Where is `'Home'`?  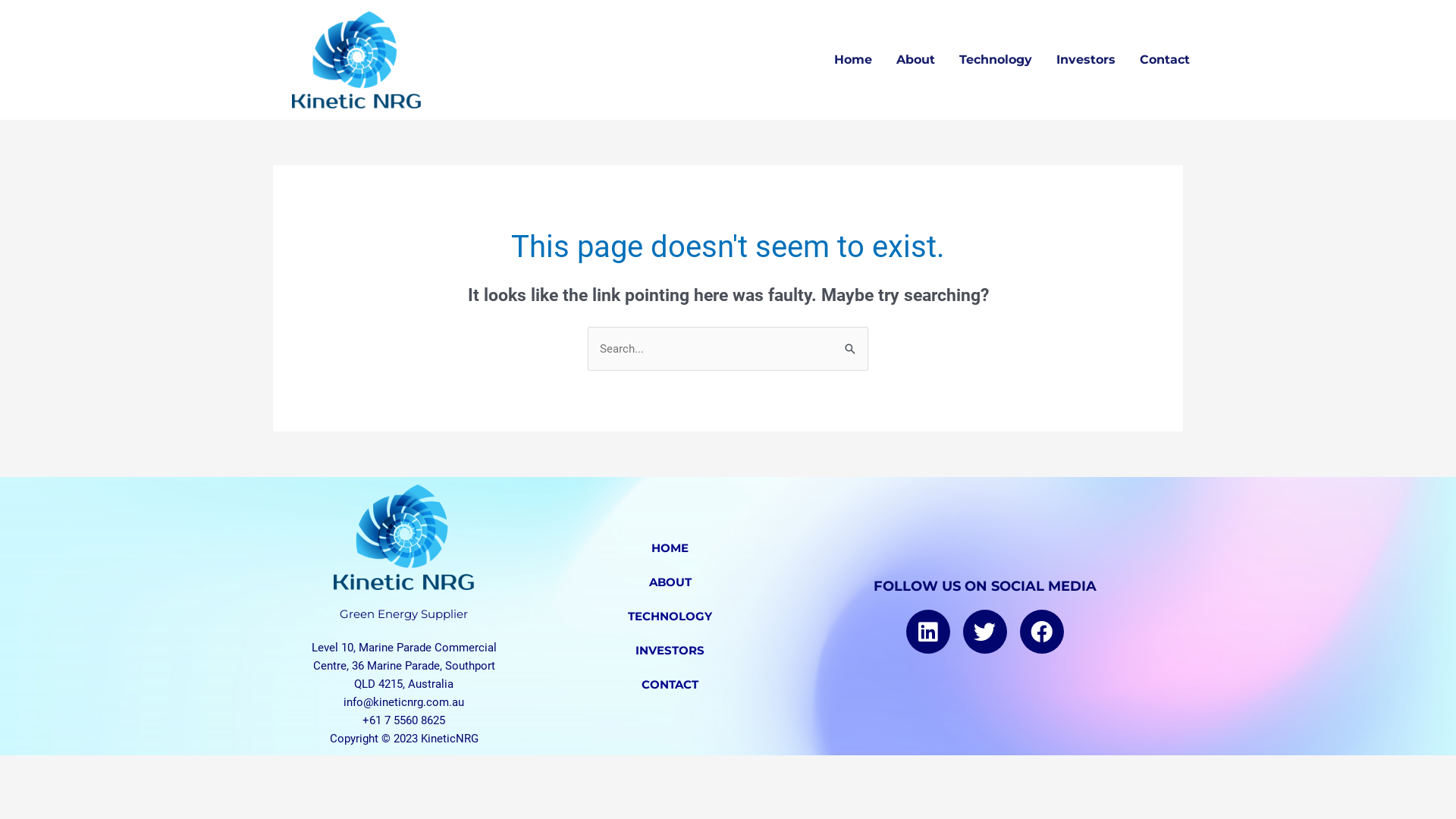
'Home' is located at coordinates (821, 58).